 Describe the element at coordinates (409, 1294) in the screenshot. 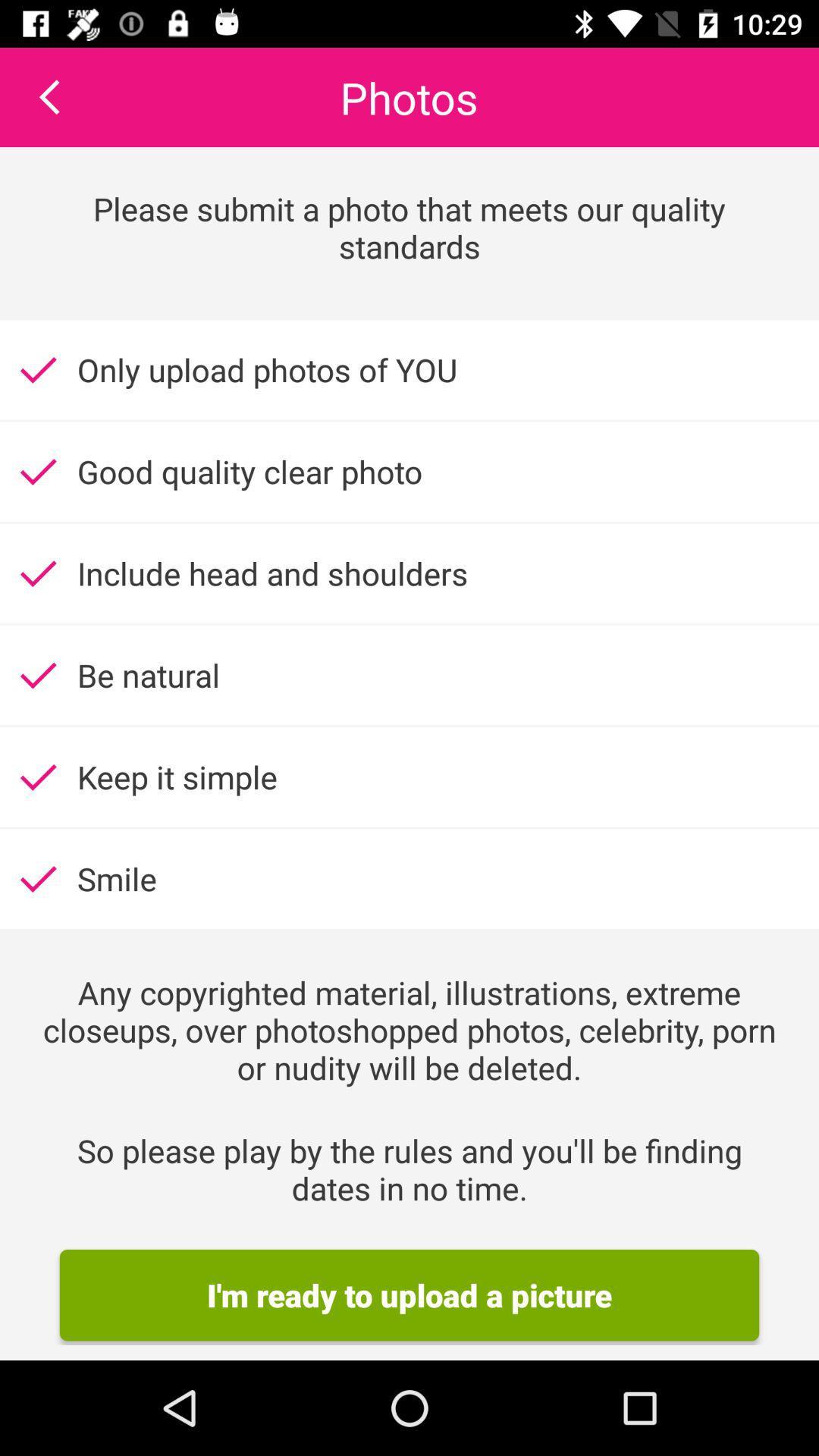

I see `the item below so please play app` at that location.